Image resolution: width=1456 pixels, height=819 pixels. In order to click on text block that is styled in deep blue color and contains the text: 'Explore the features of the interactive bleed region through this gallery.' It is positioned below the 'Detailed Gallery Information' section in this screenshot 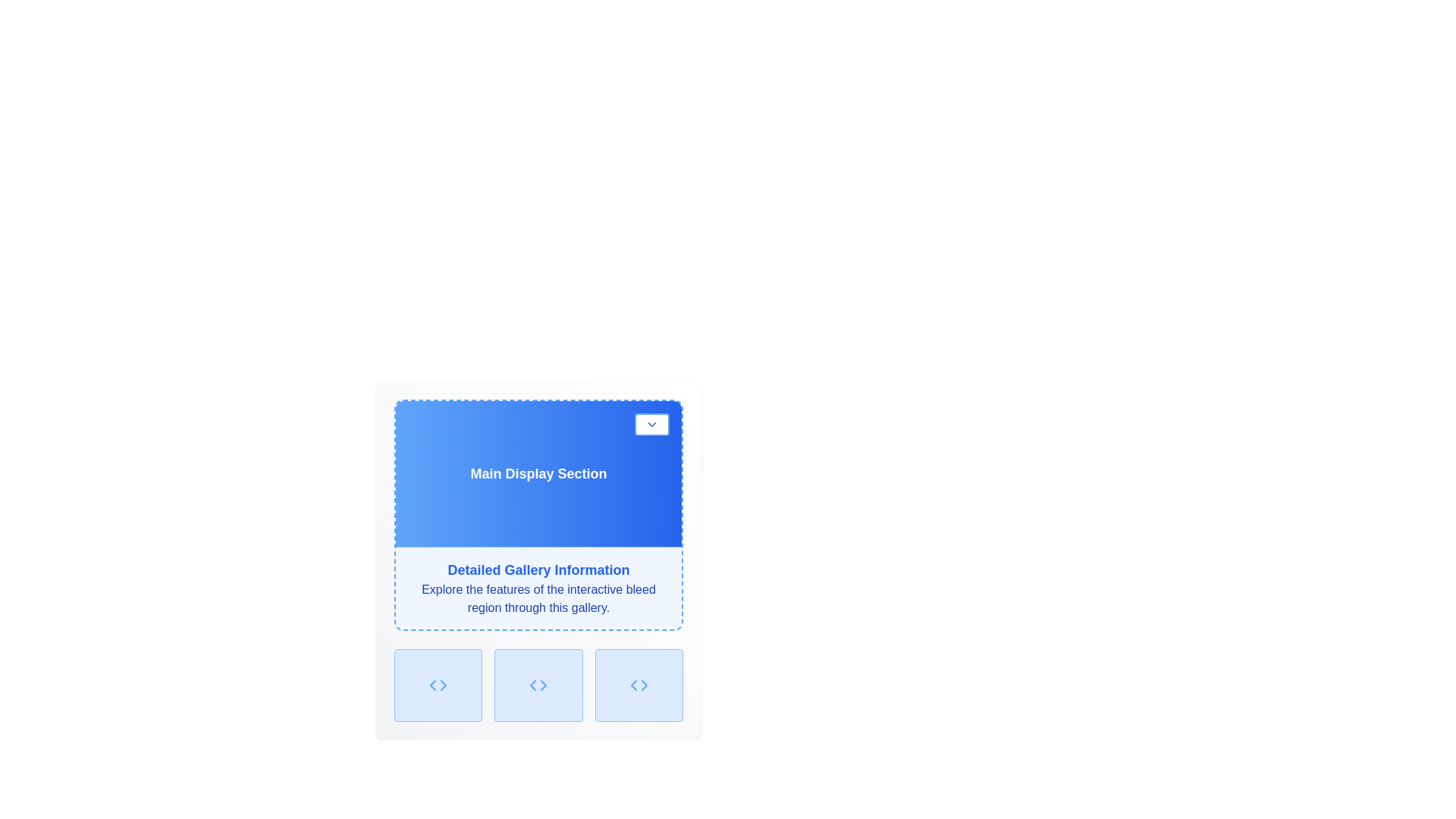, I will do `click(538, 598)`.